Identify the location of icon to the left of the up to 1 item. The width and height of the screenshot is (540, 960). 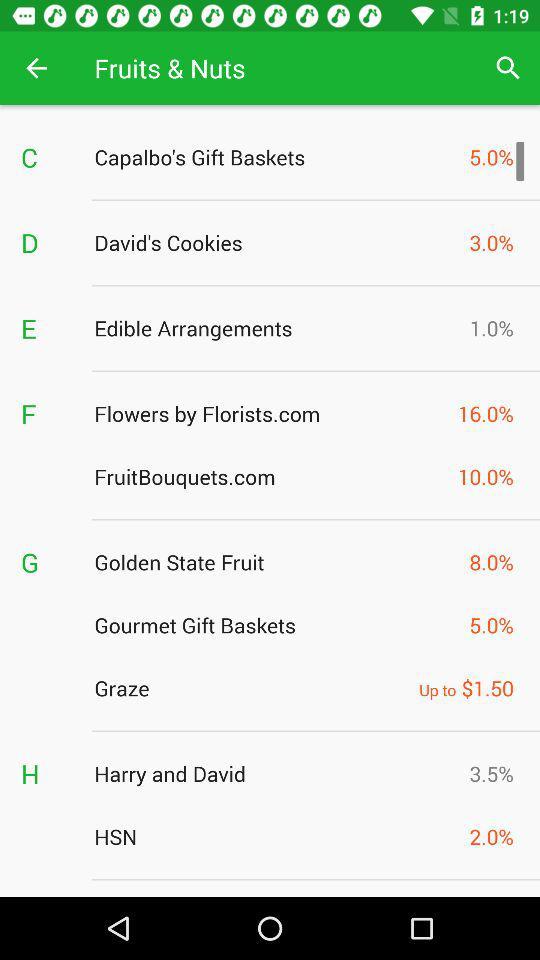
(251, 688).